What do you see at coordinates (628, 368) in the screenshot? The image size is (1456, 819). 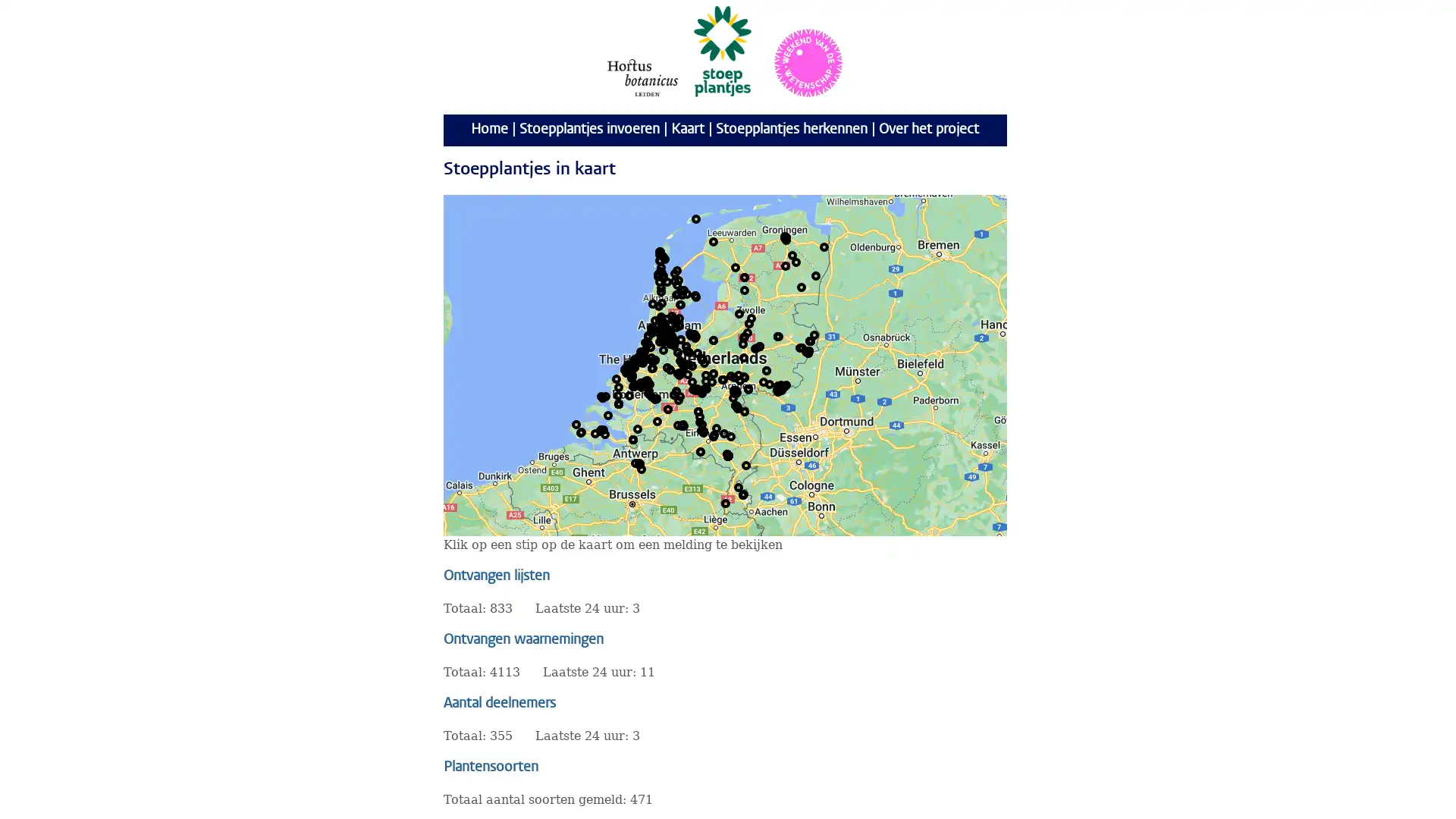 I see `Telling van op 31 maart 2022` at bounding box center [628, 368].